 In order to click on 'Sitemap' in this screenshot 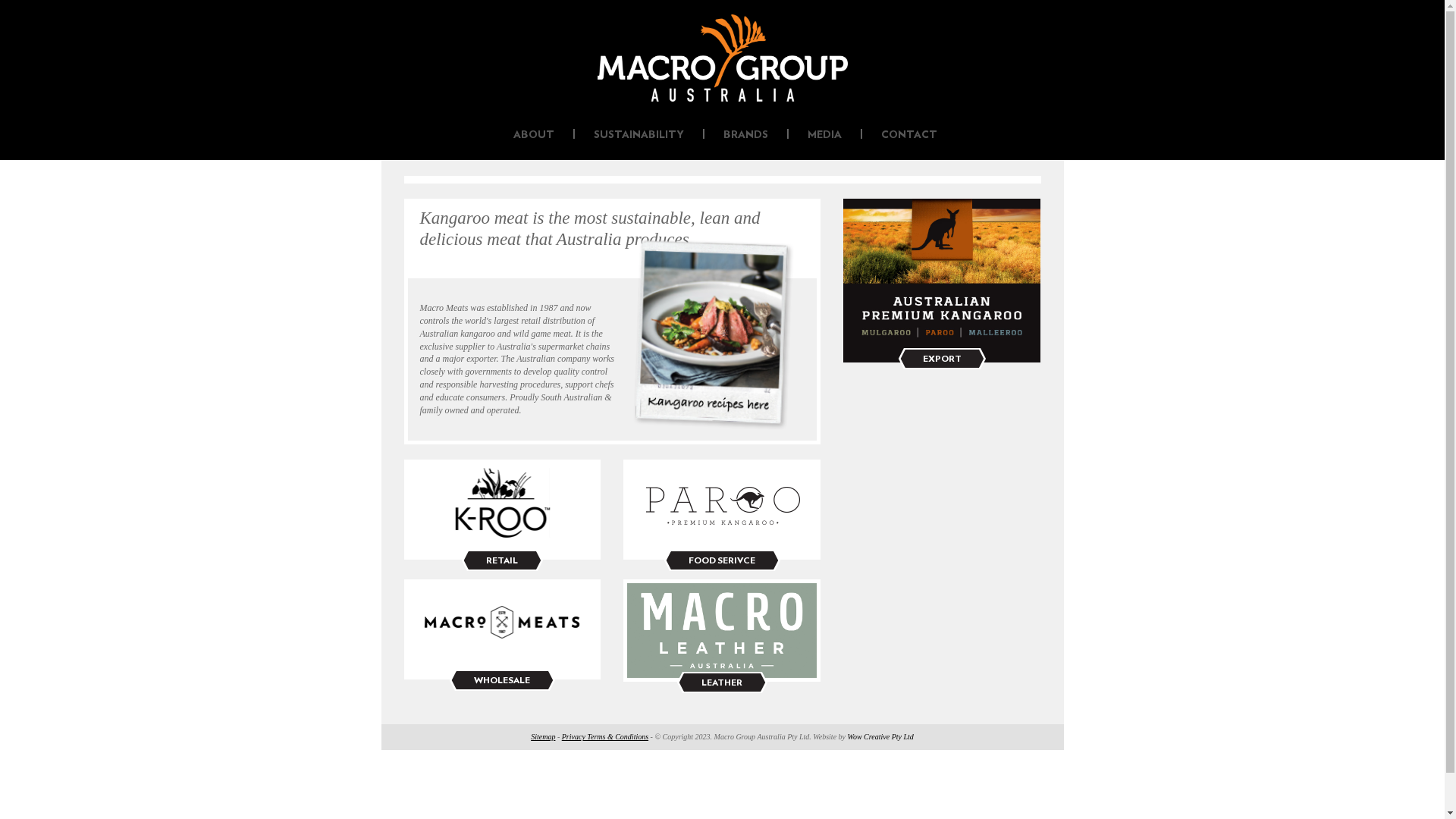, I will do `click(531, 736)`.